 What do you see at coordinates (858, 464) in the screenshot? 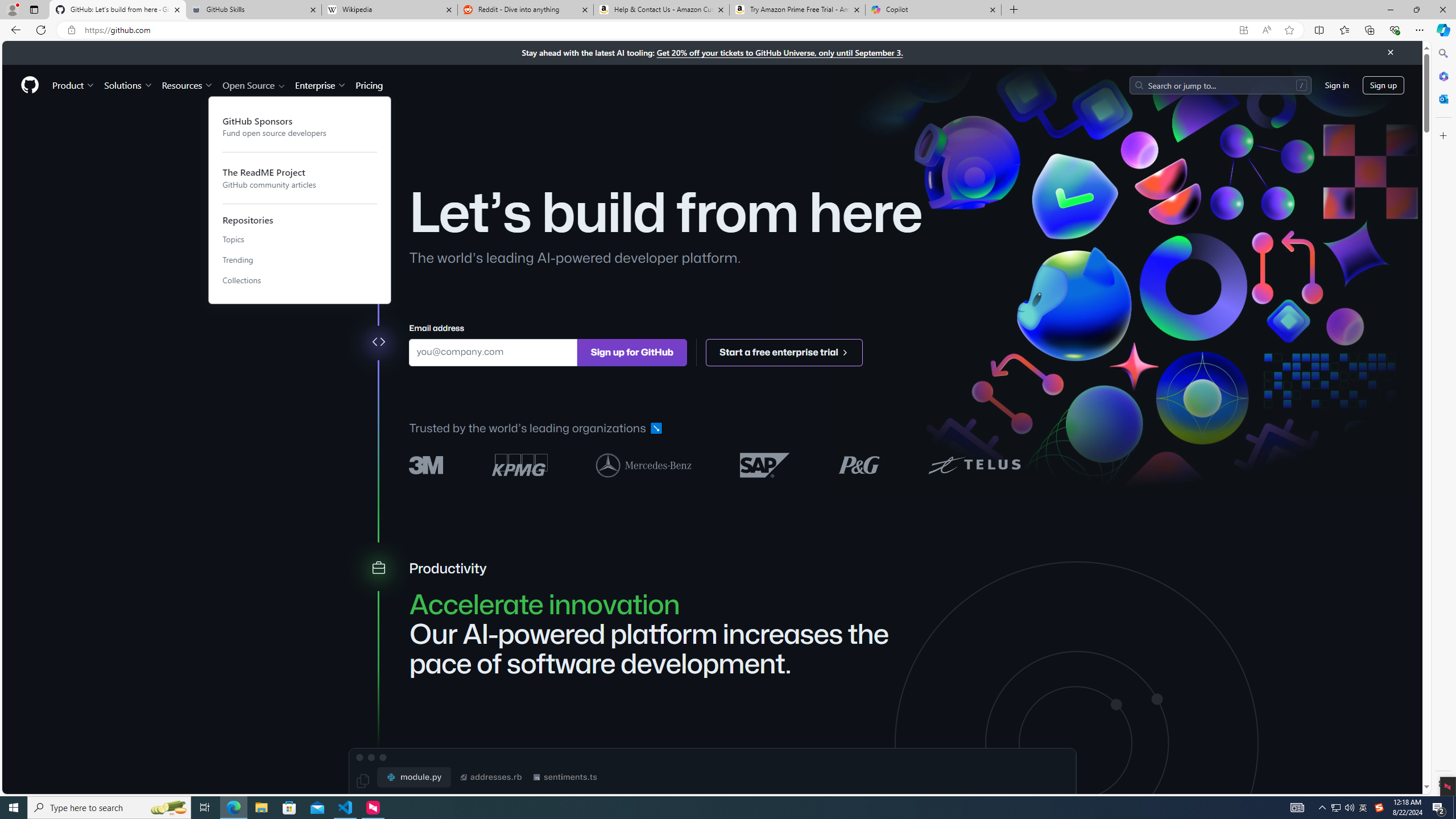
I see `'P&G logo'` at bounding box center [858, 464].